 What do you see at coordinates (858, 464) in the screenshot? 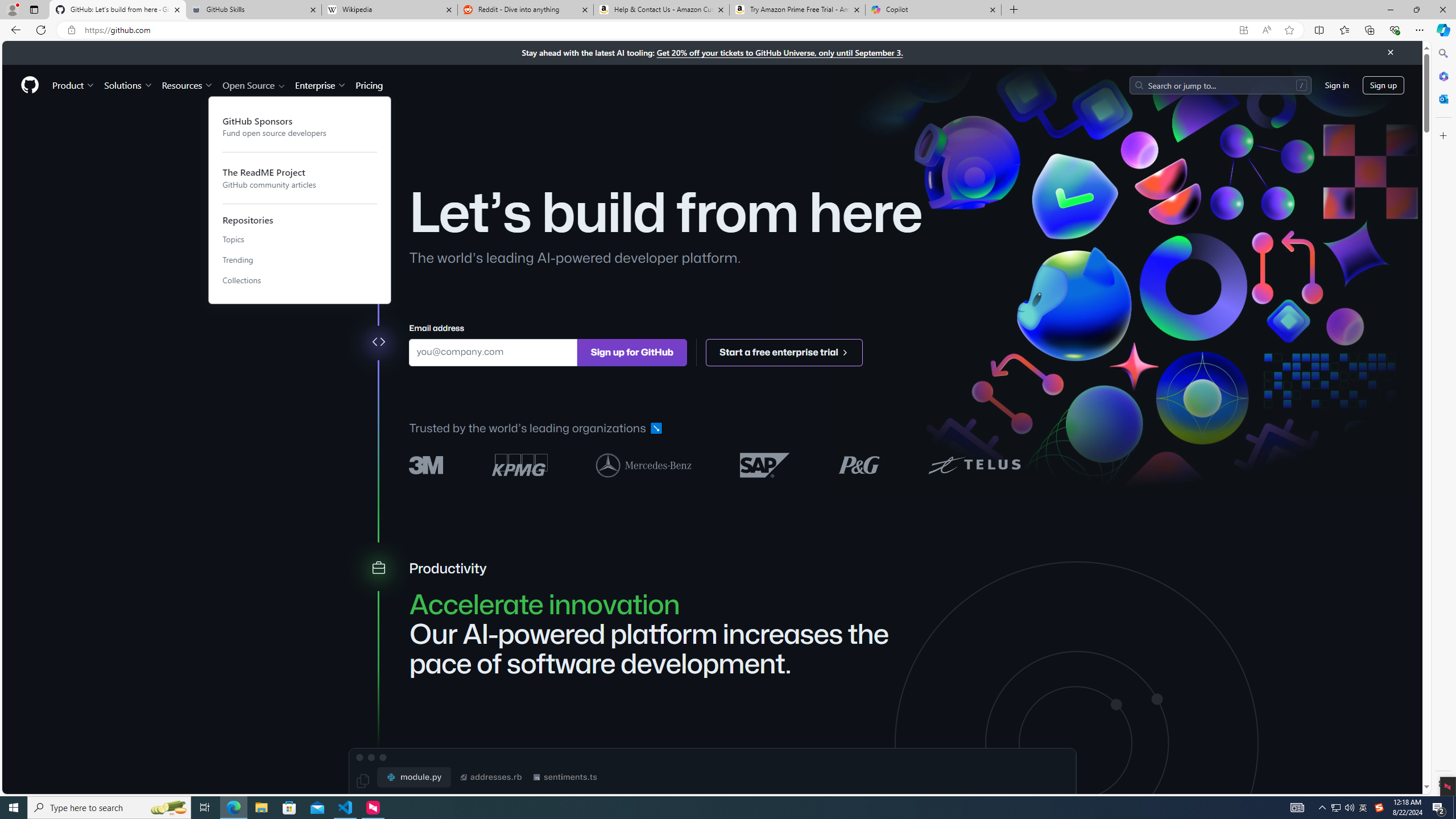
I see `'P&G logo'` at bounding box center [858, 464].